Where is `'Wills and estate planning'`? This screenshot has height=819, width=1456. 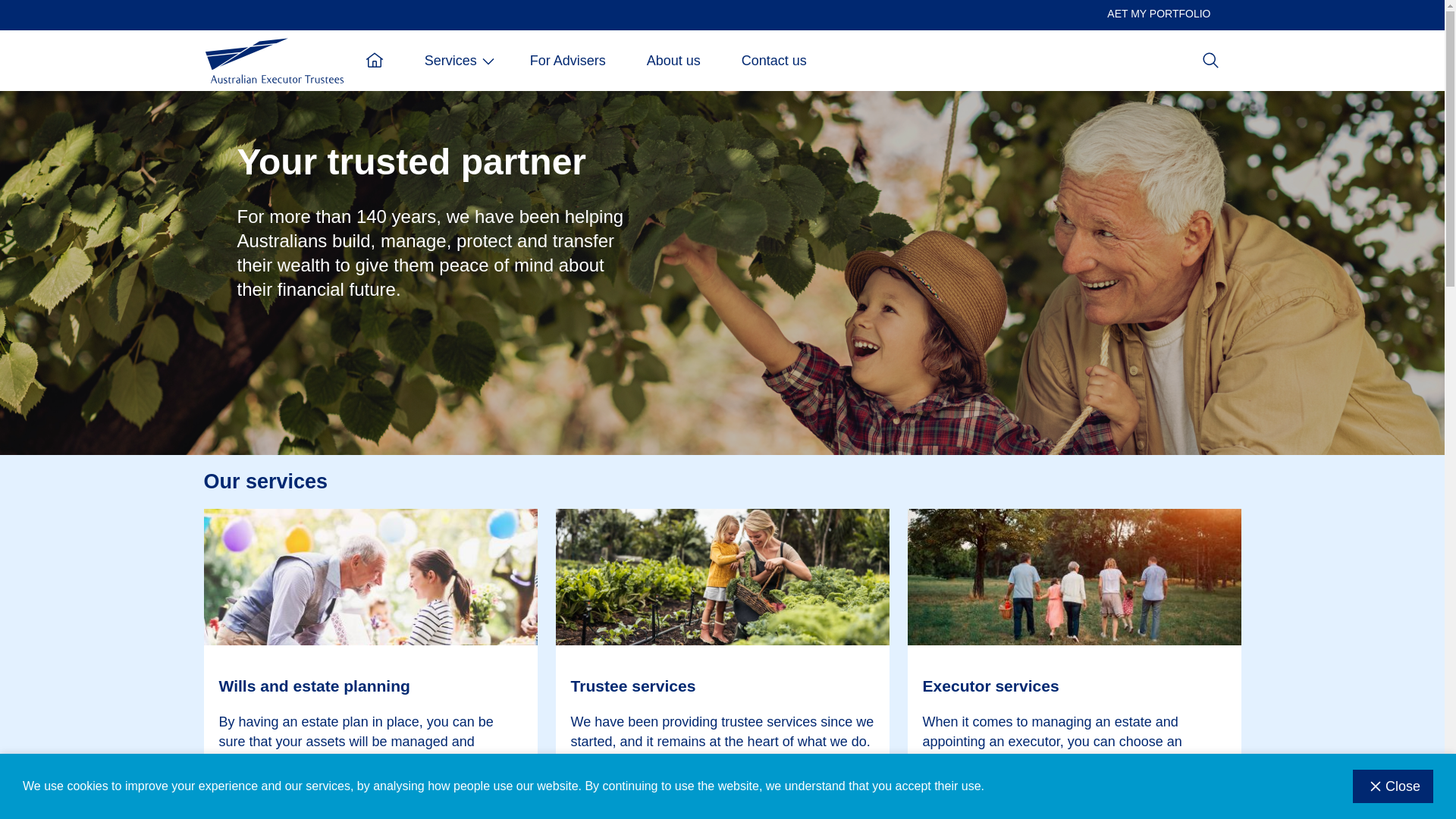 'Wills and estate planning' is located at coordinates (370, 686).